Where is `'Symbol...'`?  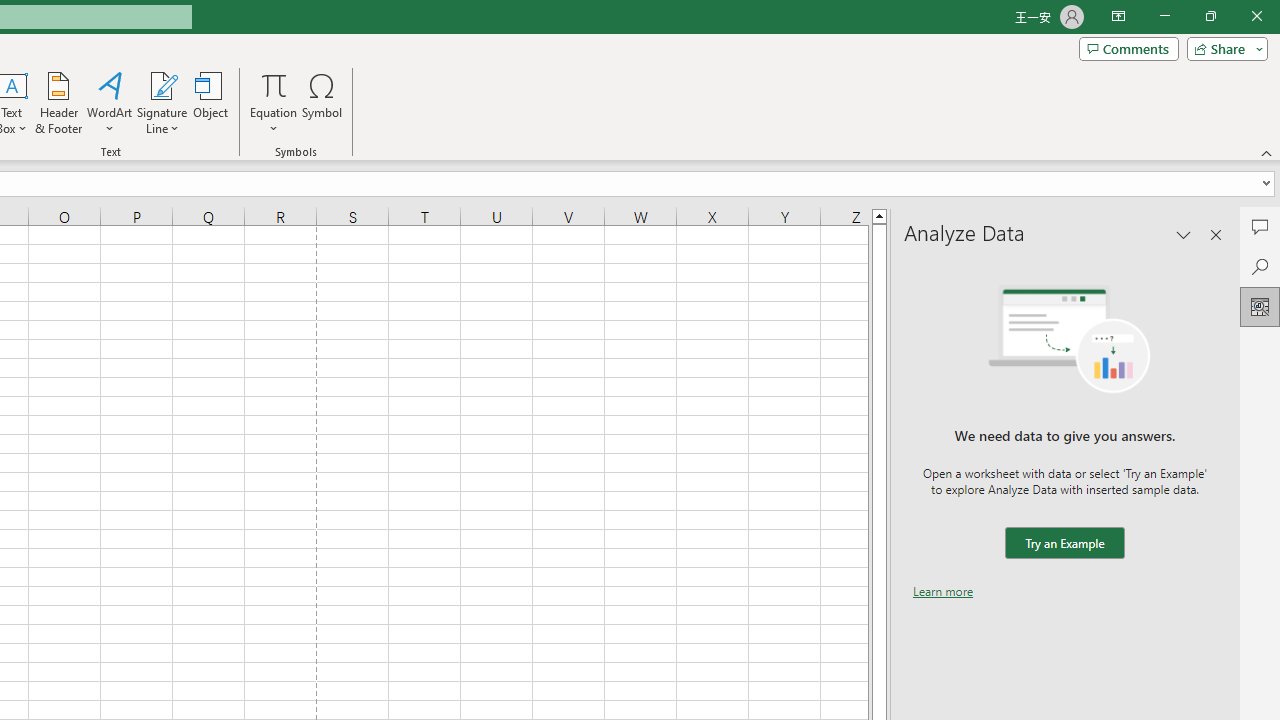
'Symbol...' is located at coordinates (322, 103).